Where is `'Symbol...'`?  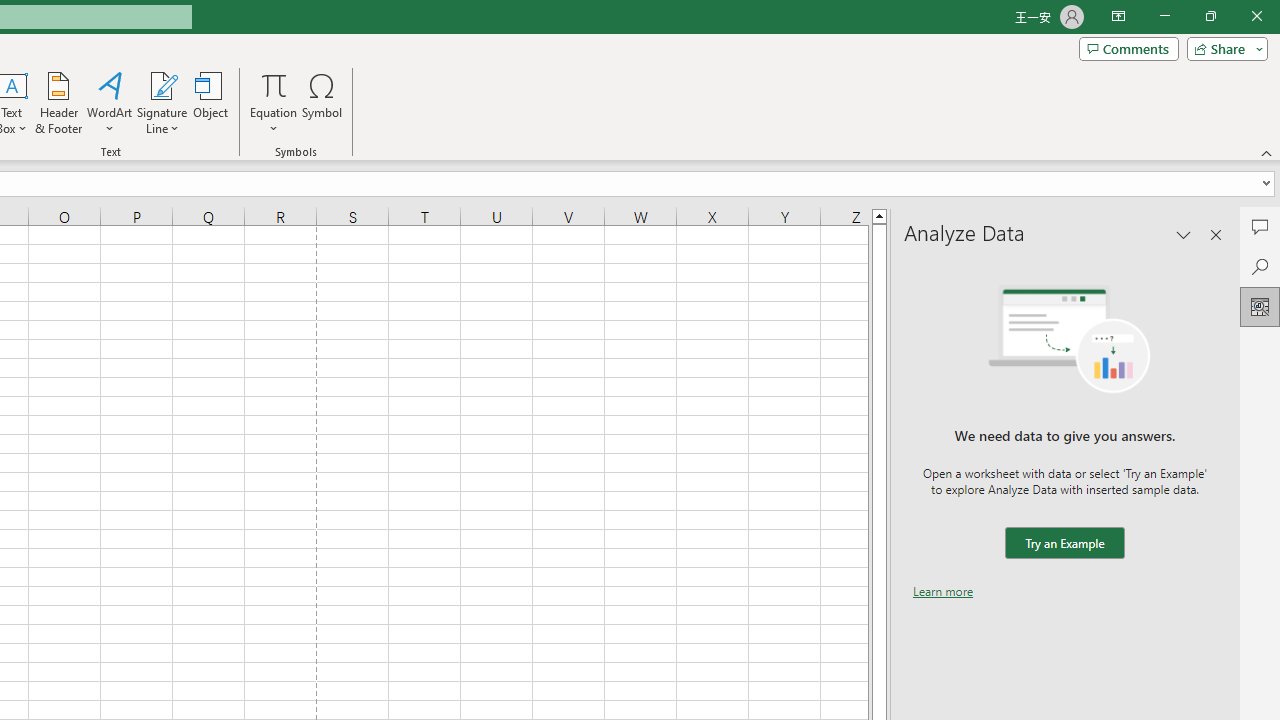
'Symbol...' is located at coordinates (322, 103).